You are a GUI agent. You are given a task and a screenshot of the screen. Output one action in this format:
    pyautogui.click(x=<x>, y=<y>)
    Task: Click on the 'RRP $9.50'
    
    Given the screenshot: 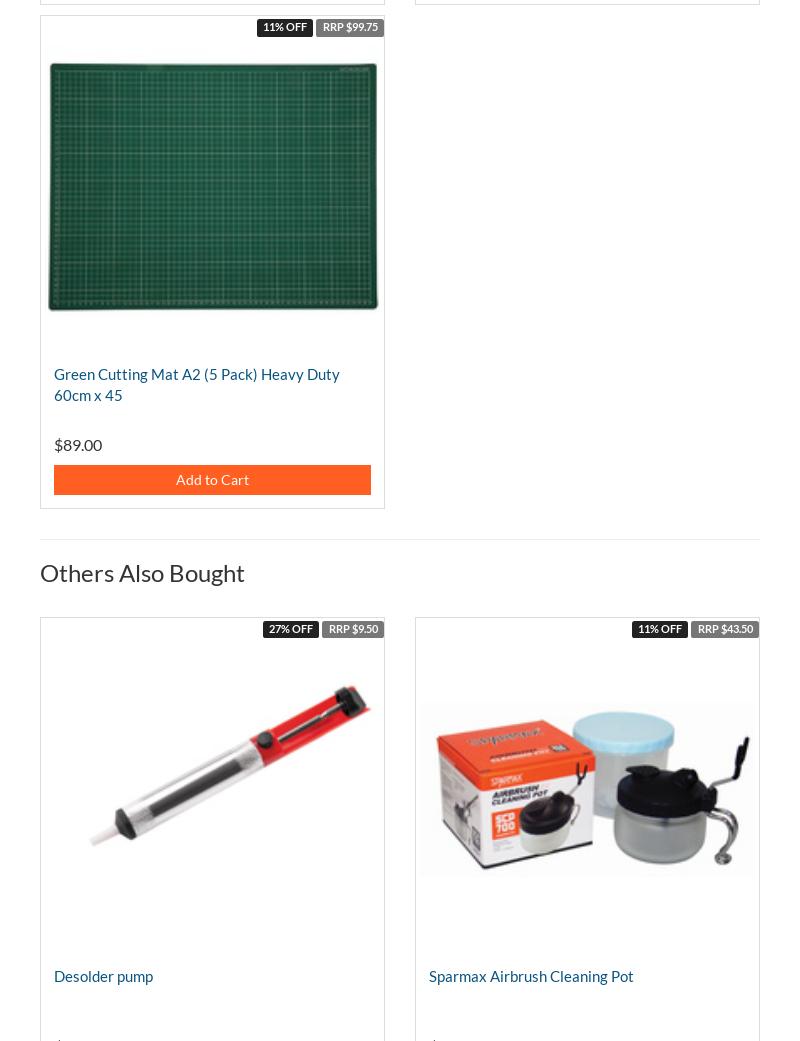 What is the action you would take?
    pyautogui.click(x=352, y=627)
    